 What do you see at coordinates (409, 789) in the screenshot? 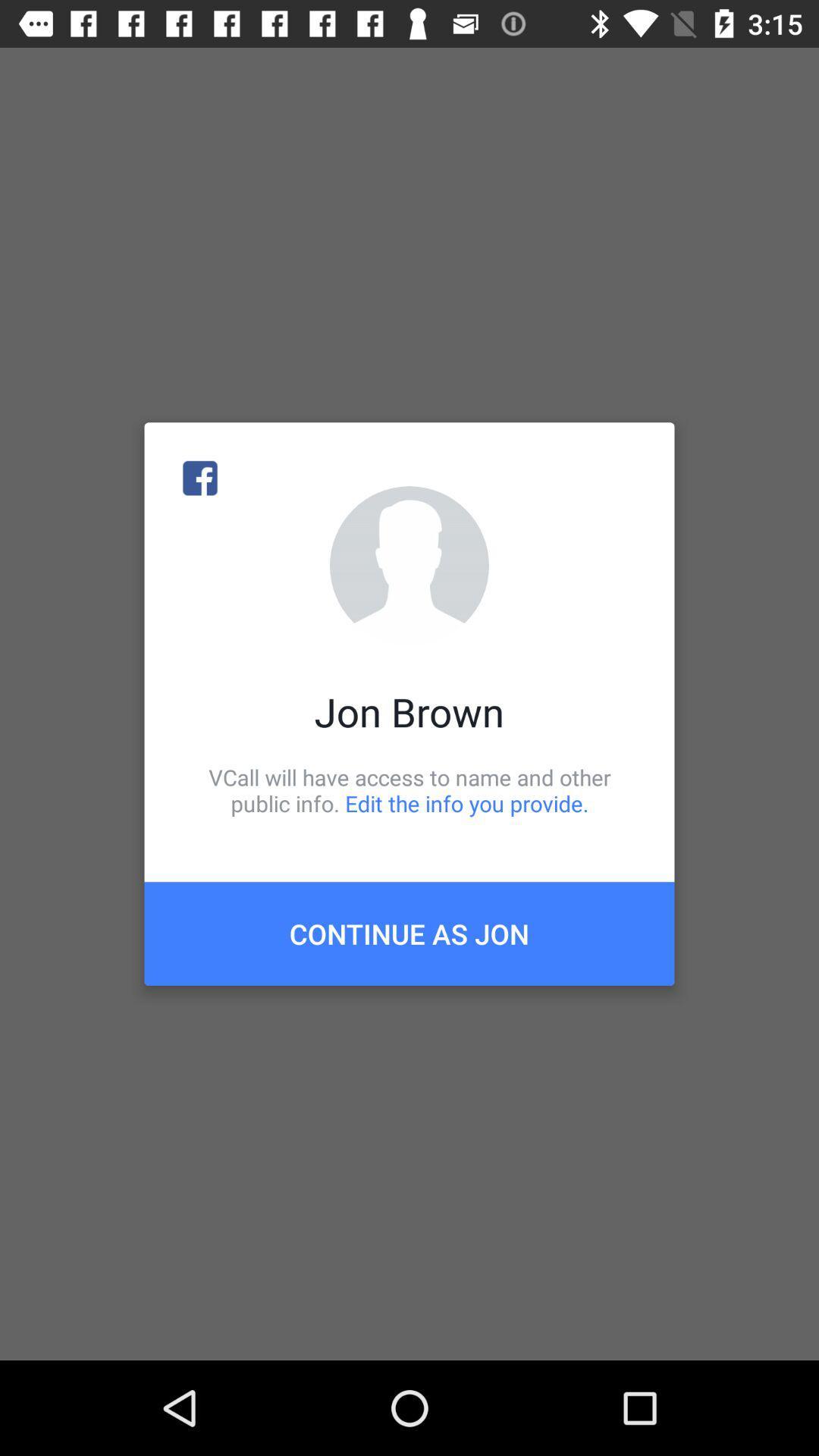
I see `icon above the continue as jon item` at bounding box center [409, 789].